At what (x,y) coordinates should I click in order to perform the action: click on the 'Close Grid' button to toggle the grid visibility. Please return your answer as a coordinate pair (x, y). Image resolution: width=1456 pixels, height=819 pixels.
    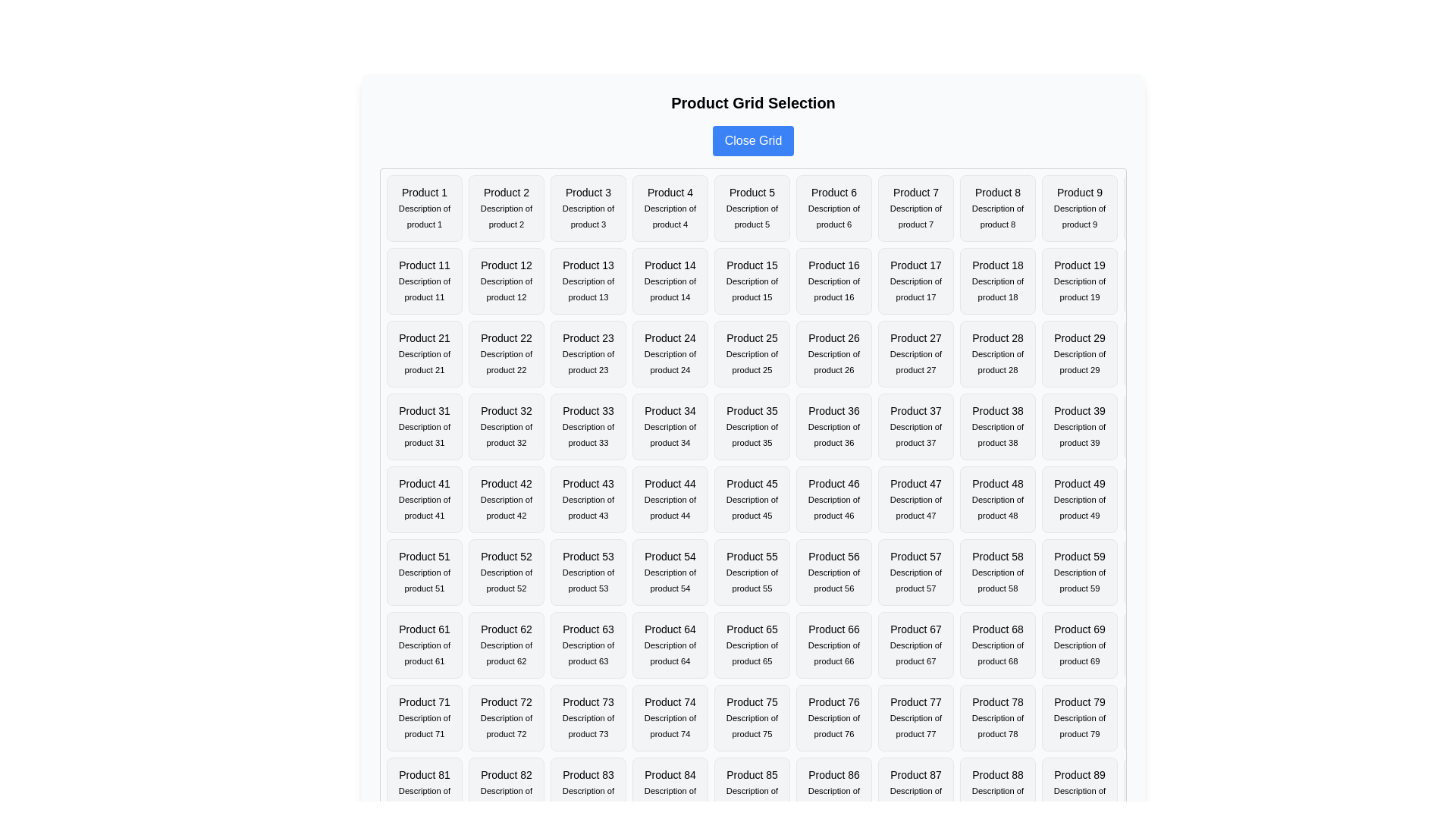
    Looking at the image, I should click on (753, 140).